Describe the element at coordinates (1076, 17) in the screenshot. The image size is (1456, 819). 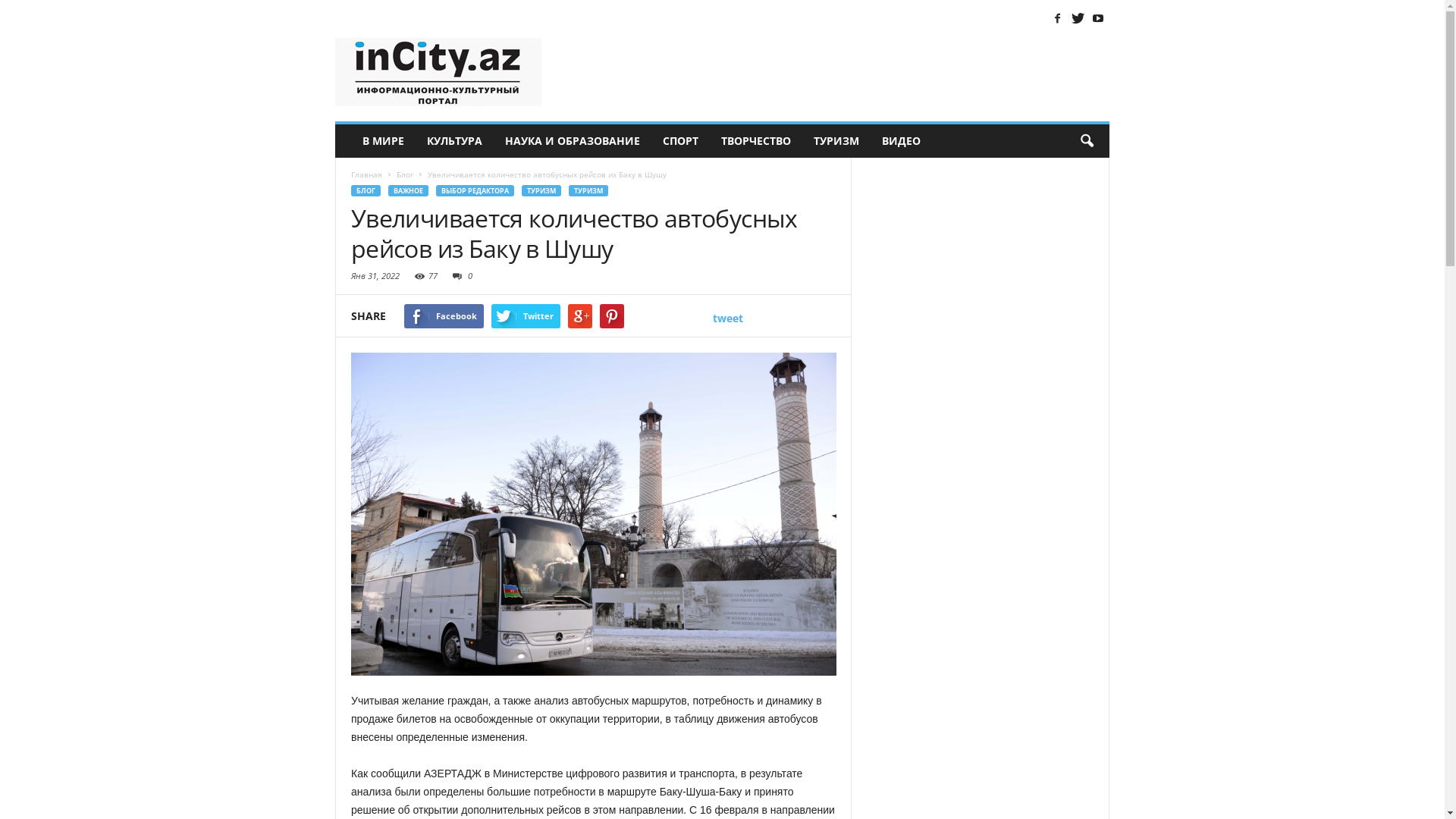
I see `'Twitter'` at that location.